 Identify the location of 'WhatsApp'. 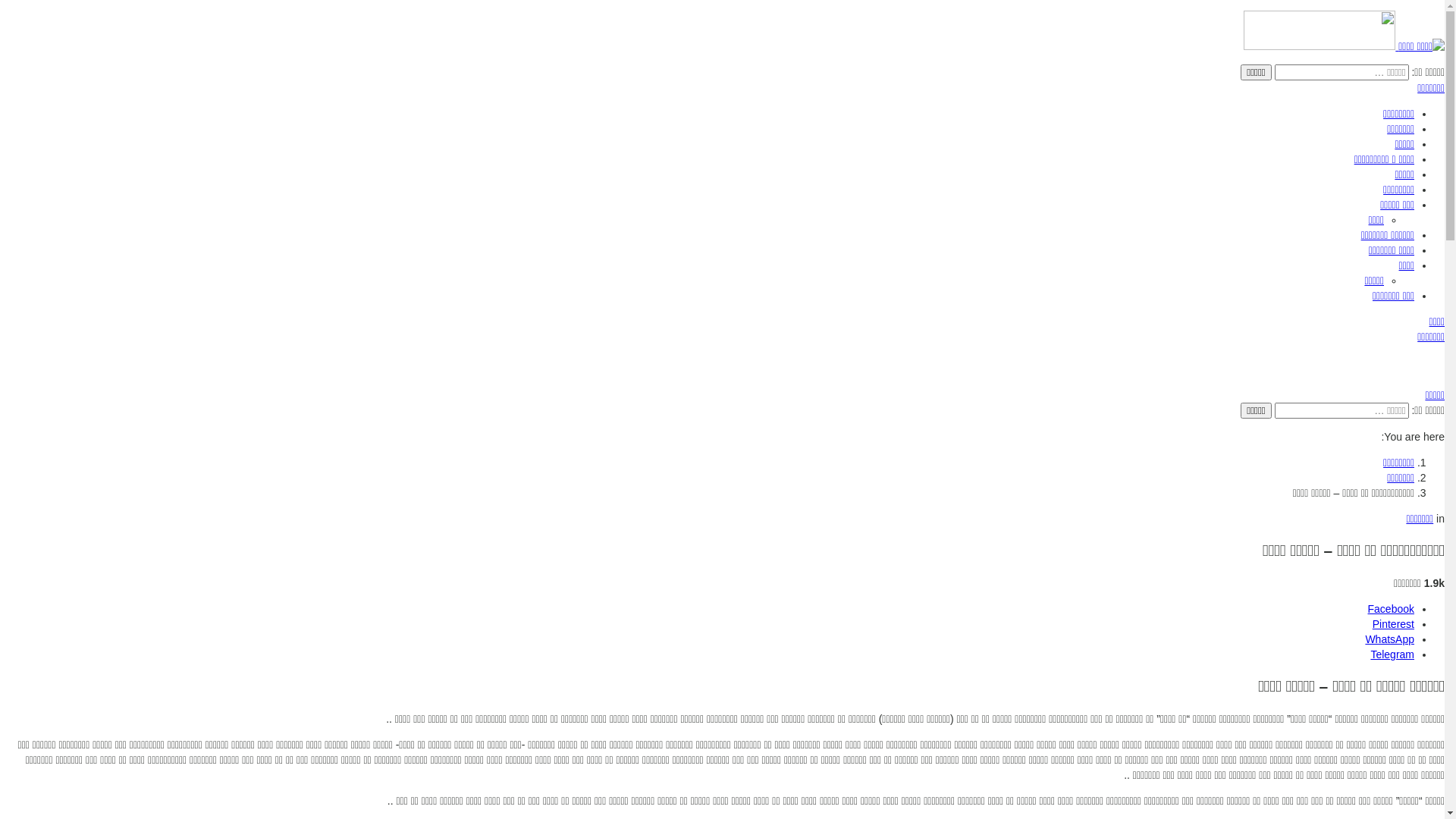
(1365, 639).